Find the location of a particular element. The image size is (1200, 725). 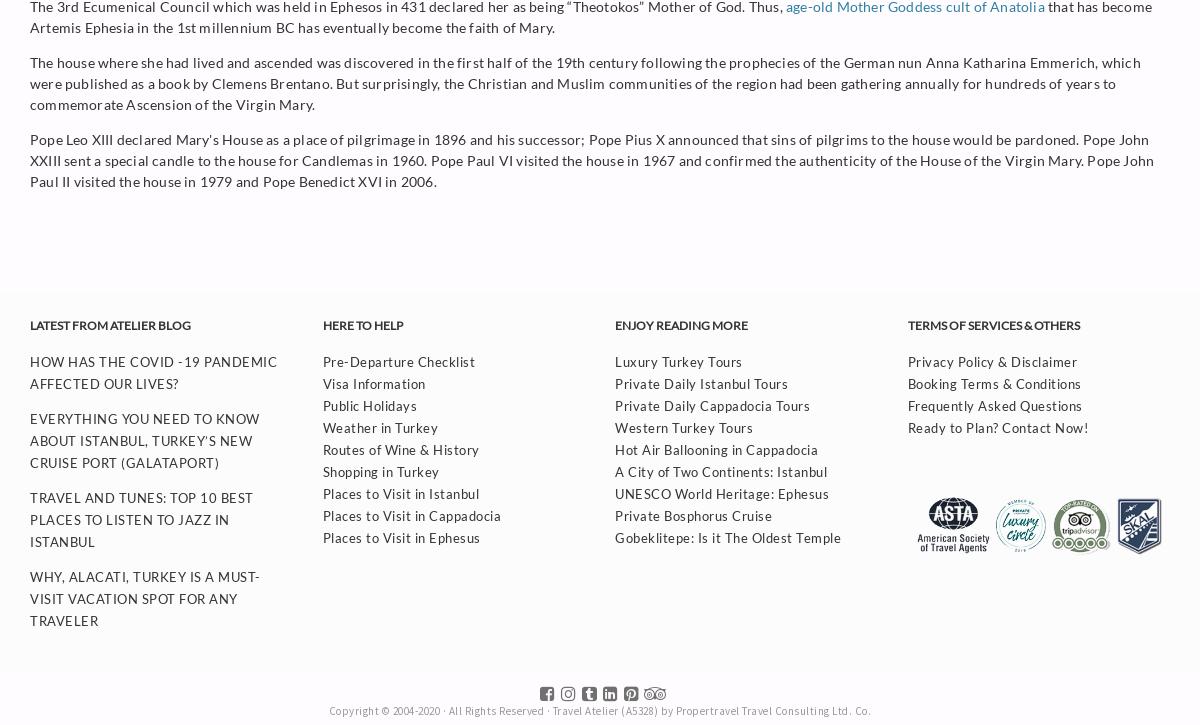

'TRAVEL AND TUNES: TOP 10 BEST PLACES TO LISTEN TO JAZZ IN ISTANBUL' is located at coordinates (141, 519).